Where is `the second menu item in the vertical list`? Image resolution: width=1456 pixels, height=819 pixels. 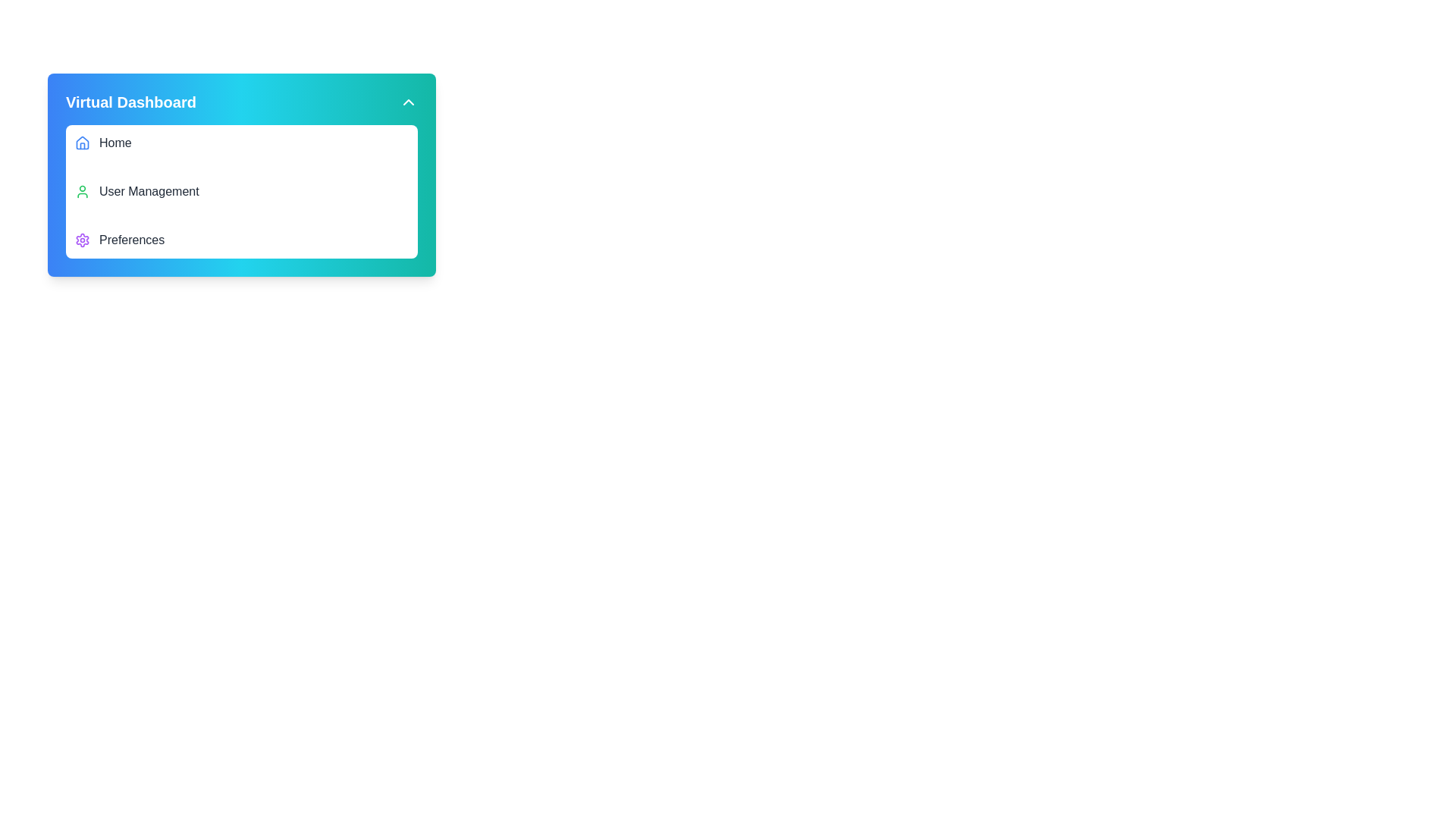
the second menu item in the vertical list is located at coordinates (240, 191).